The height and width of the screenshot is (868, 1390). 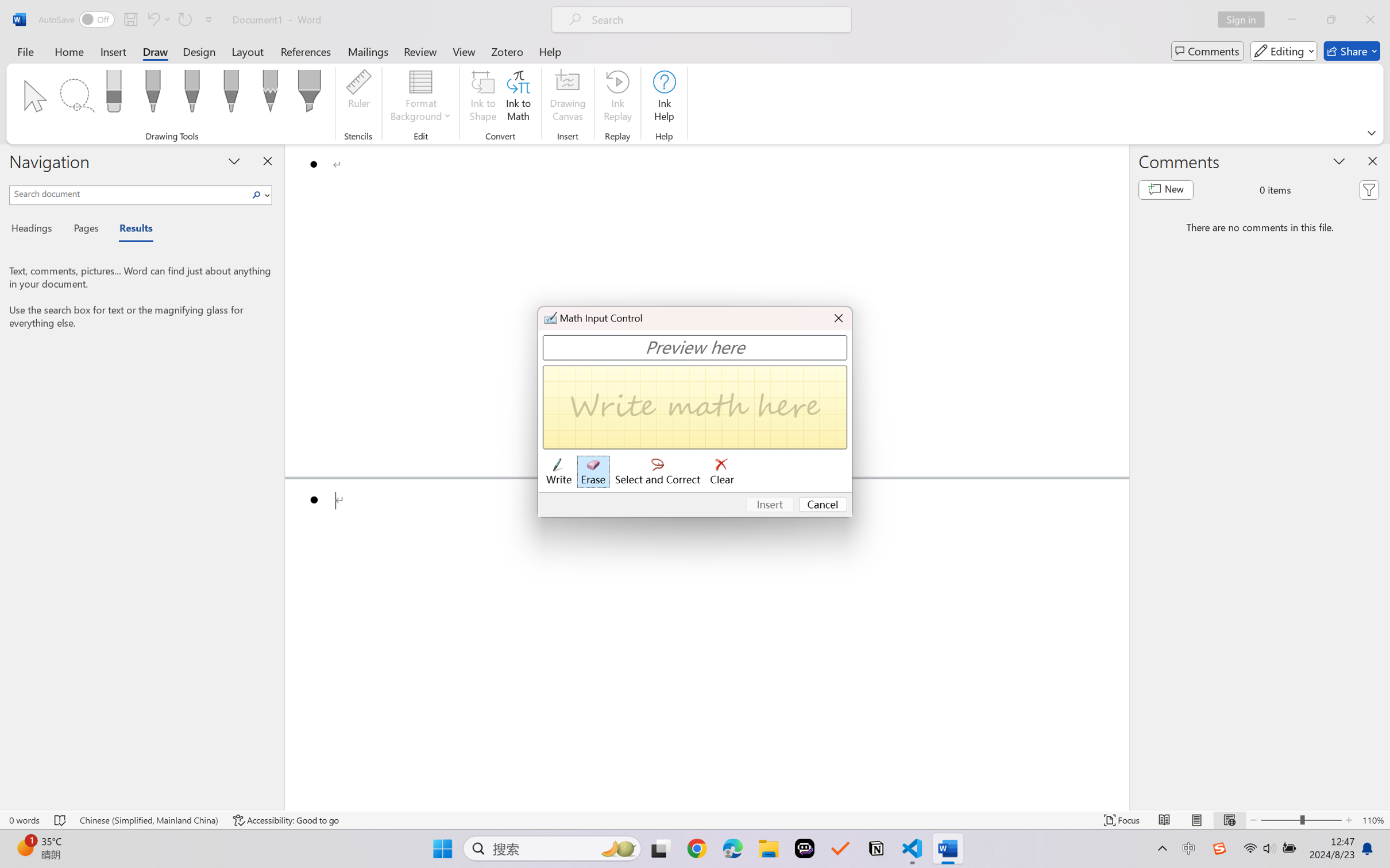 I want to click on 'Select and Correct', so click(x=658, y=471).